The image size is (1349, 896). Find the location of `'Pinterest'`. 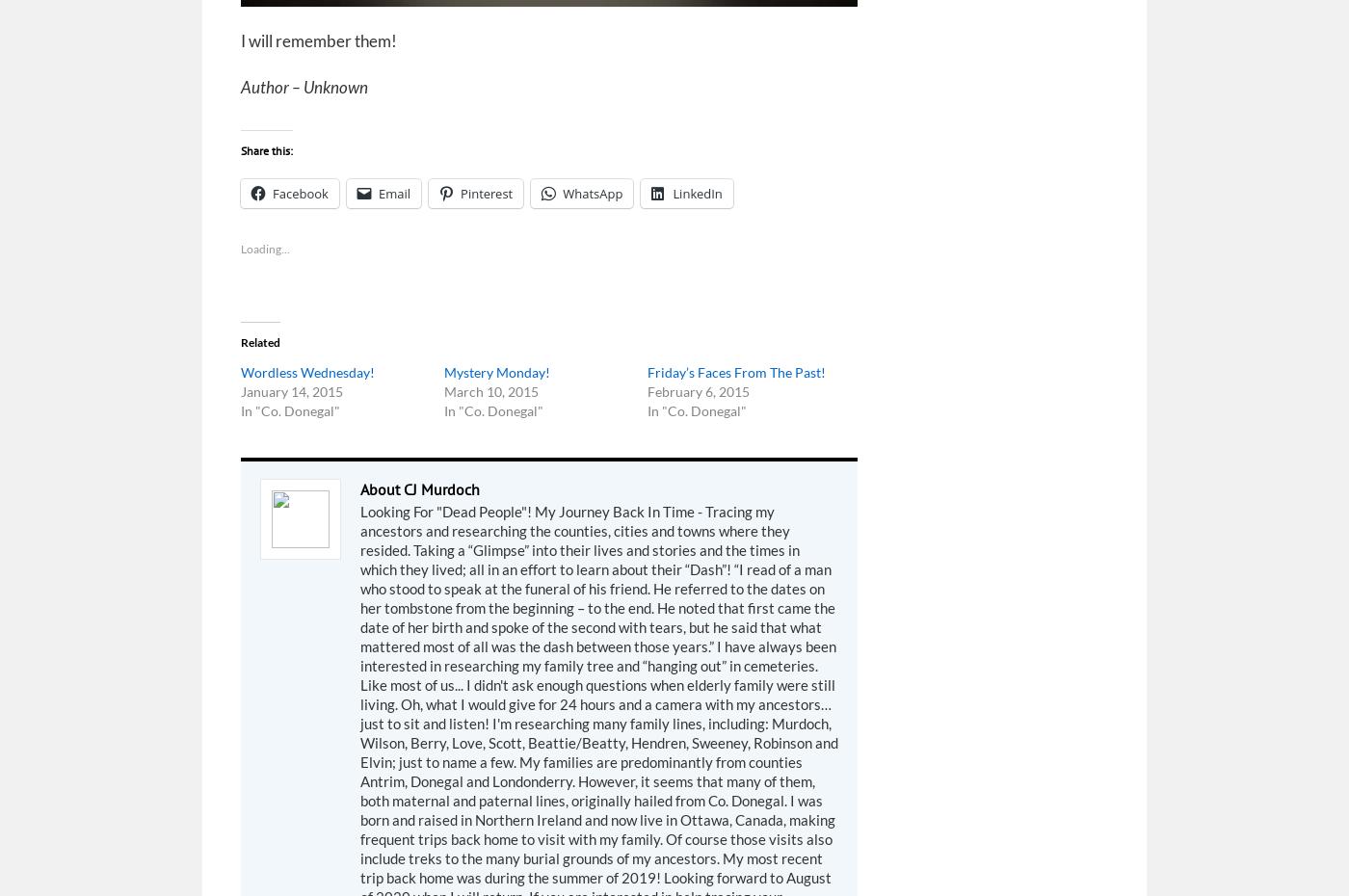

'Pinterest' is located at coordinates (486, 192).